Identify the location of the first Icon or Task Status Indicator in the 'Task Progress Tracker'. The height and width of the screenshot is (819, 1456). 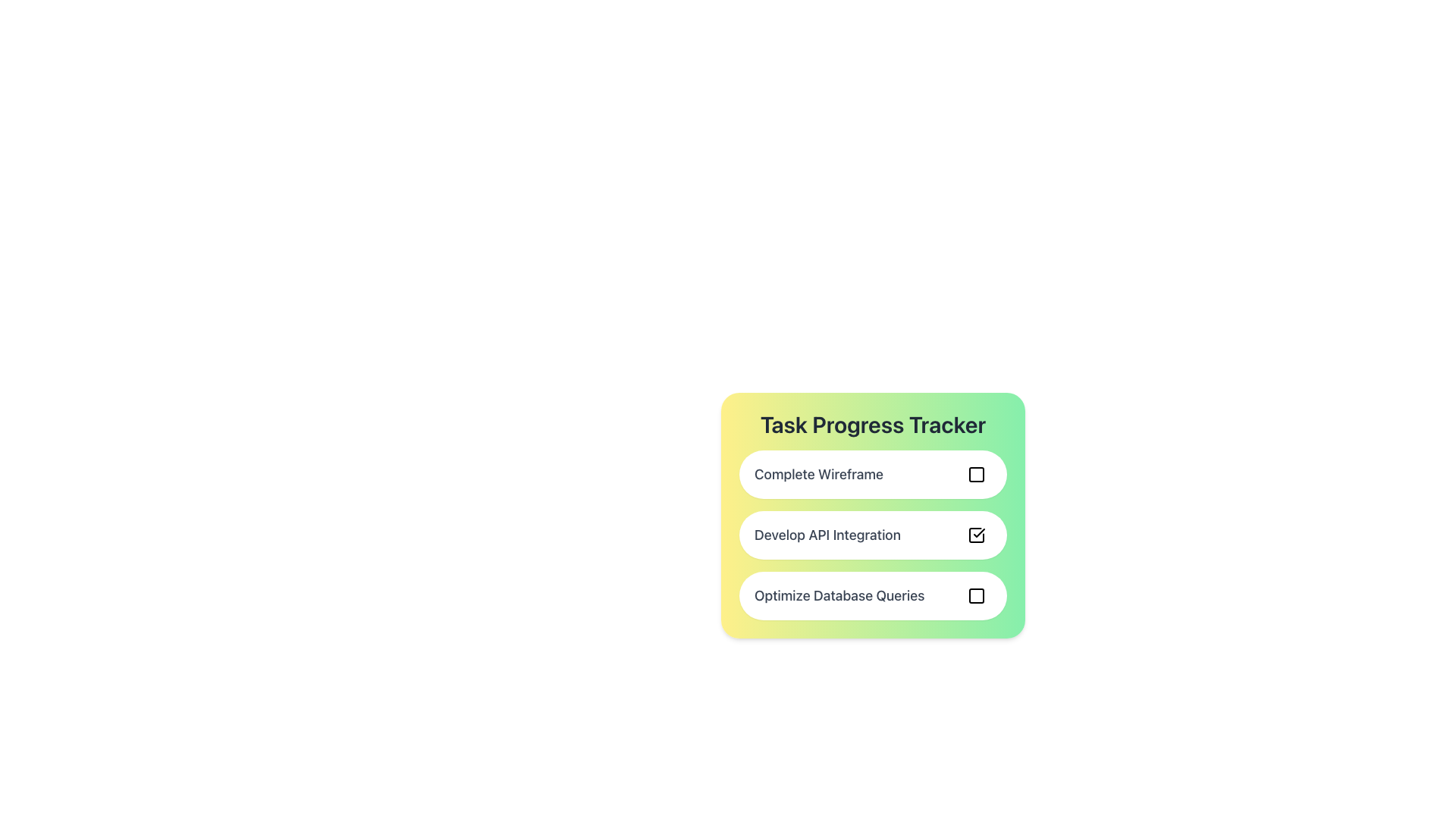
(976, 473).